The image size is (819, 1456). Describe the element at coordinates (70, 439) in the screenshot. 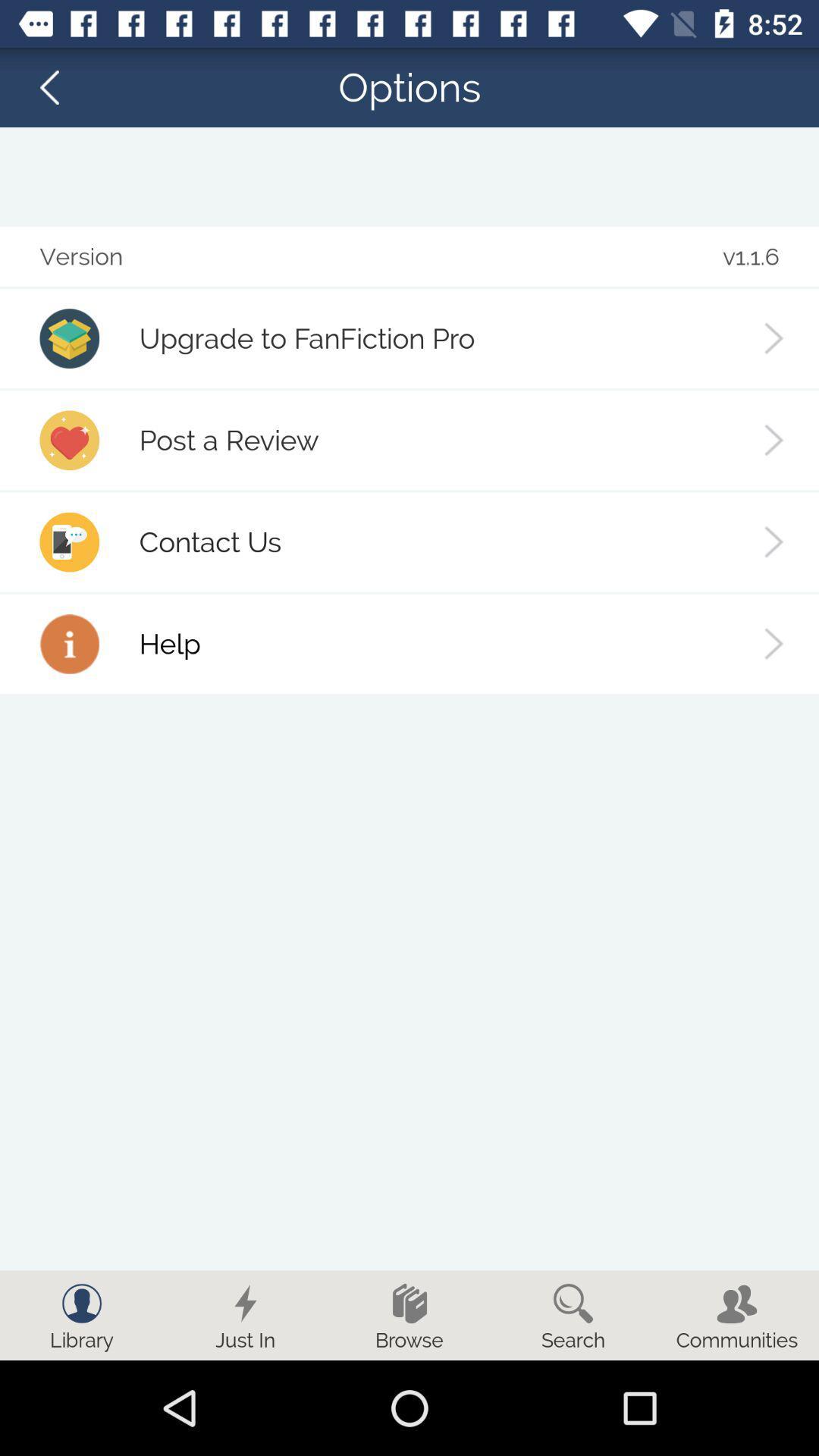

I see `icon on the left side of post a review` at that location.